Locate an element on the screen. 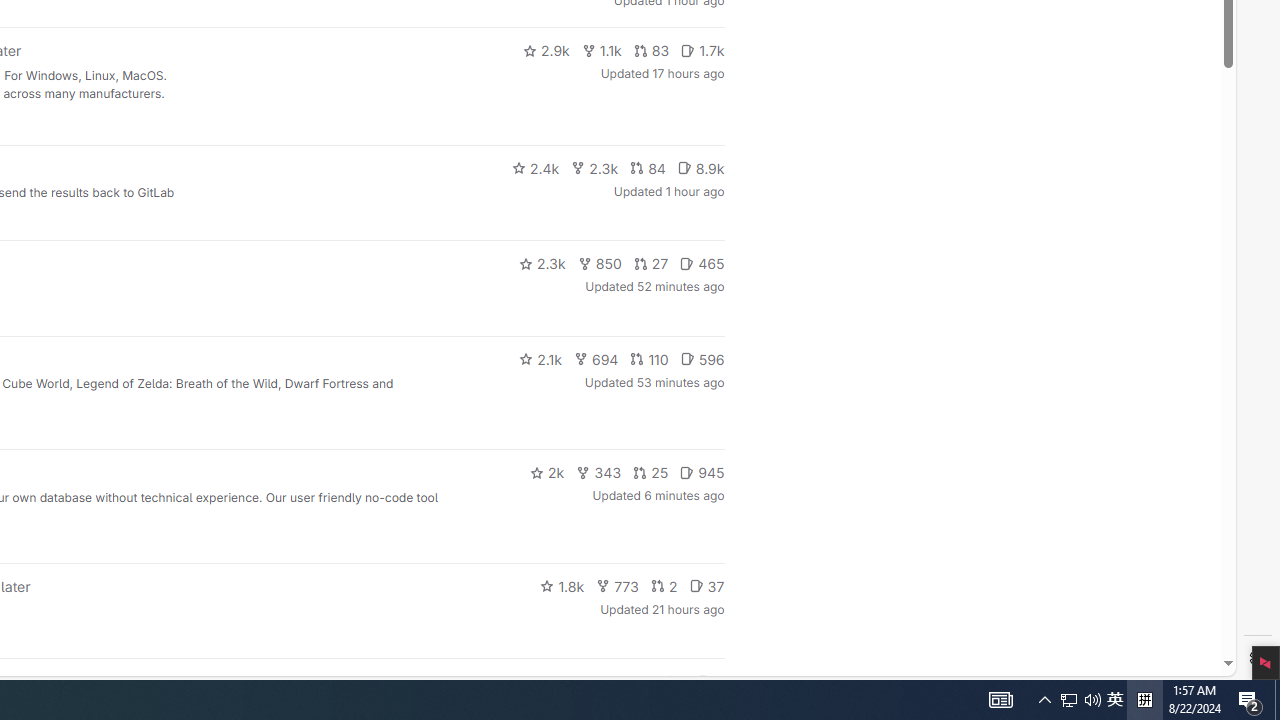 This screenshot has height=720, width=1280. '25' is located at coordinates (651, 473).